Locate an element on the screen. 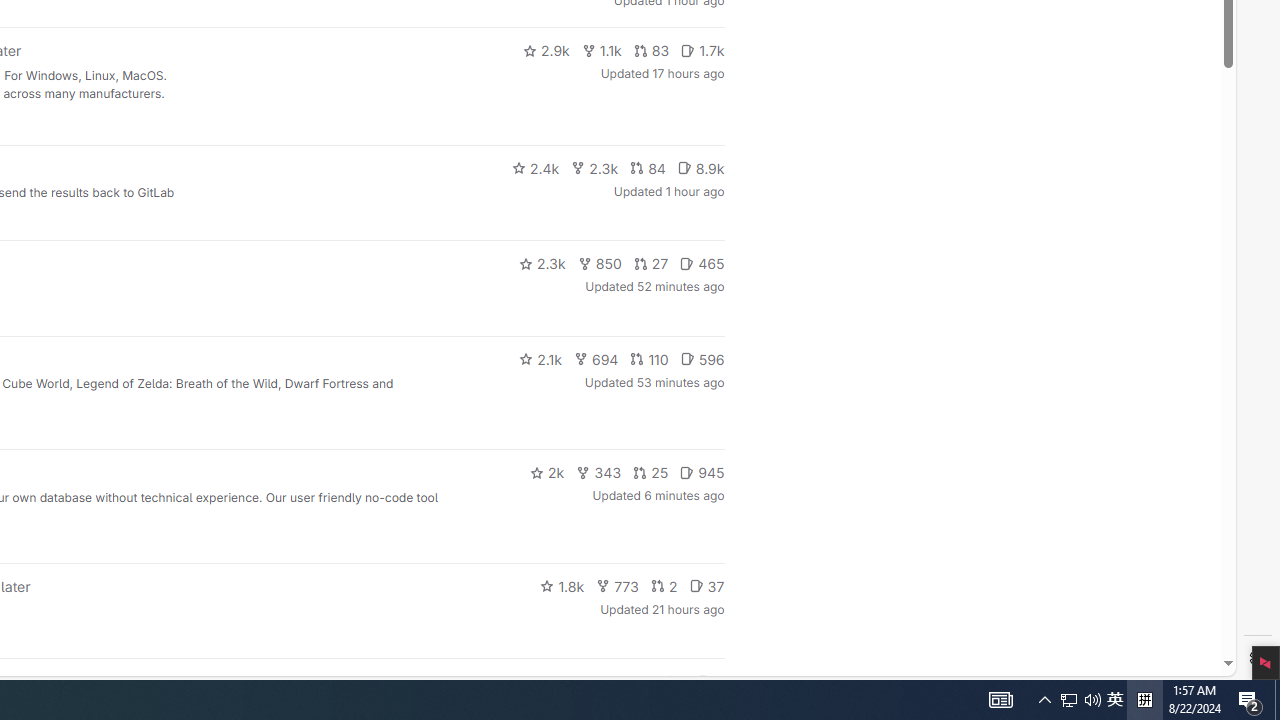 This screenshot has height=720, width=1280. '25' is located at coordinates (651, 473).